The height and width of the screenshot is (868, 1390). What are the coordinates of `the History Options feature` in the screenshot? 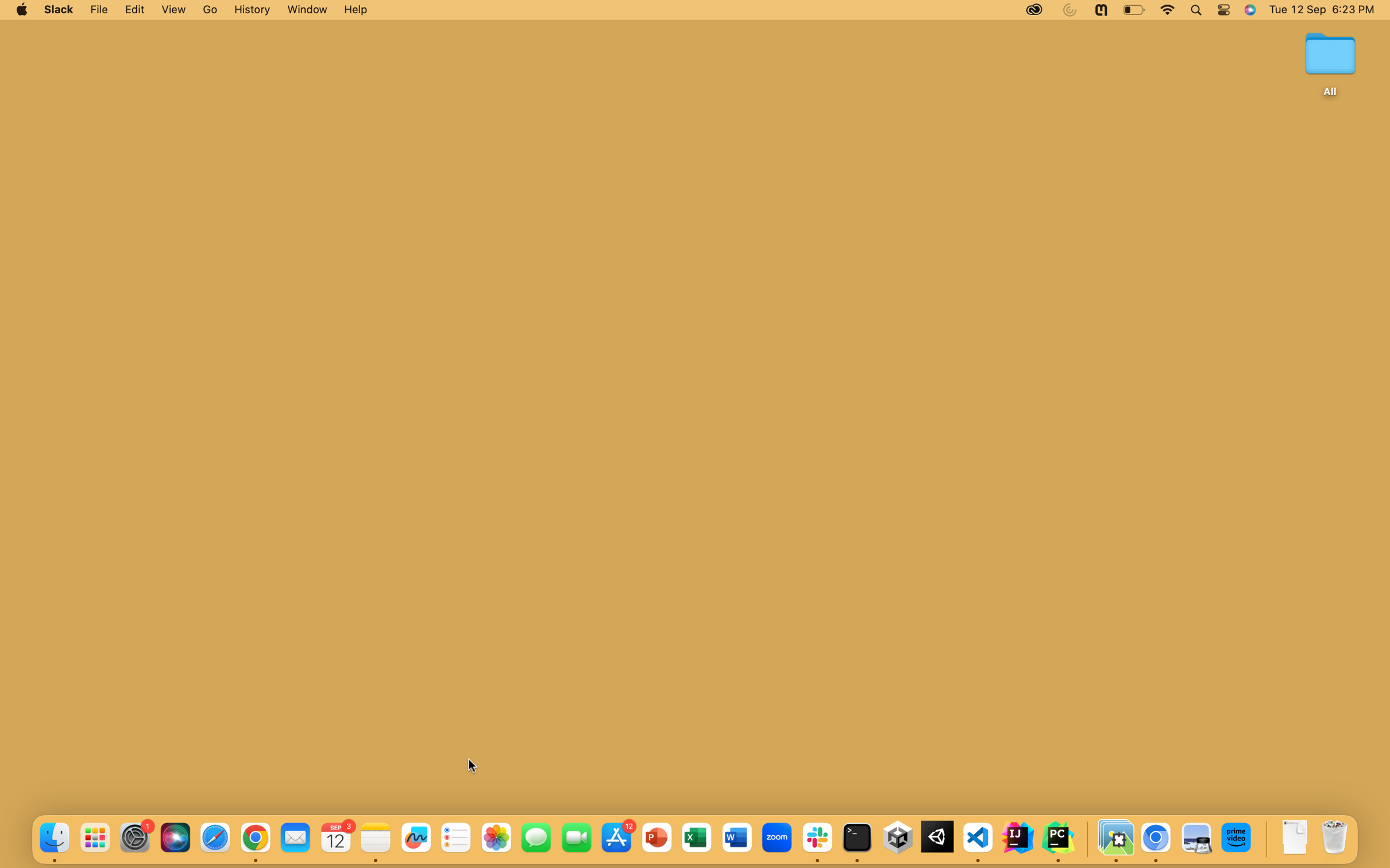 It's located at (251, 10).